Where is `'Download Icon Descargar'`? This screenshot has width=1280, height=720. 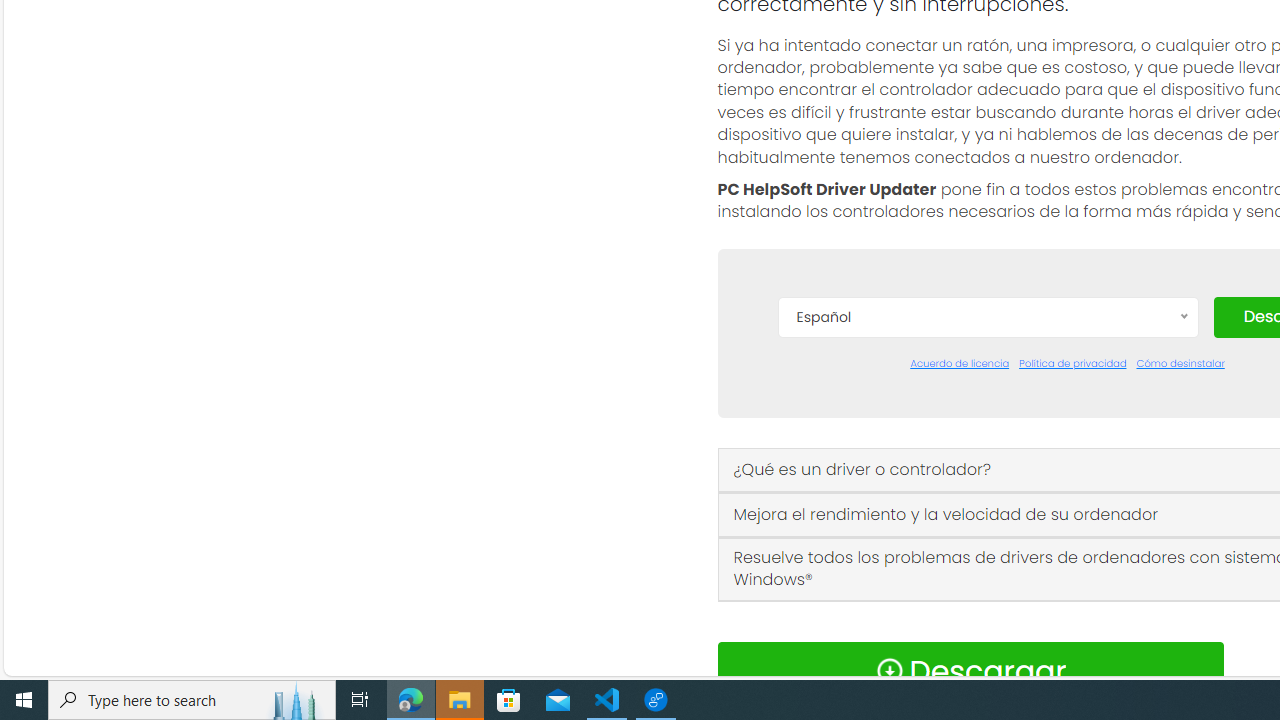
'Download Icon Descargar' is located at coordinates (970, 671).